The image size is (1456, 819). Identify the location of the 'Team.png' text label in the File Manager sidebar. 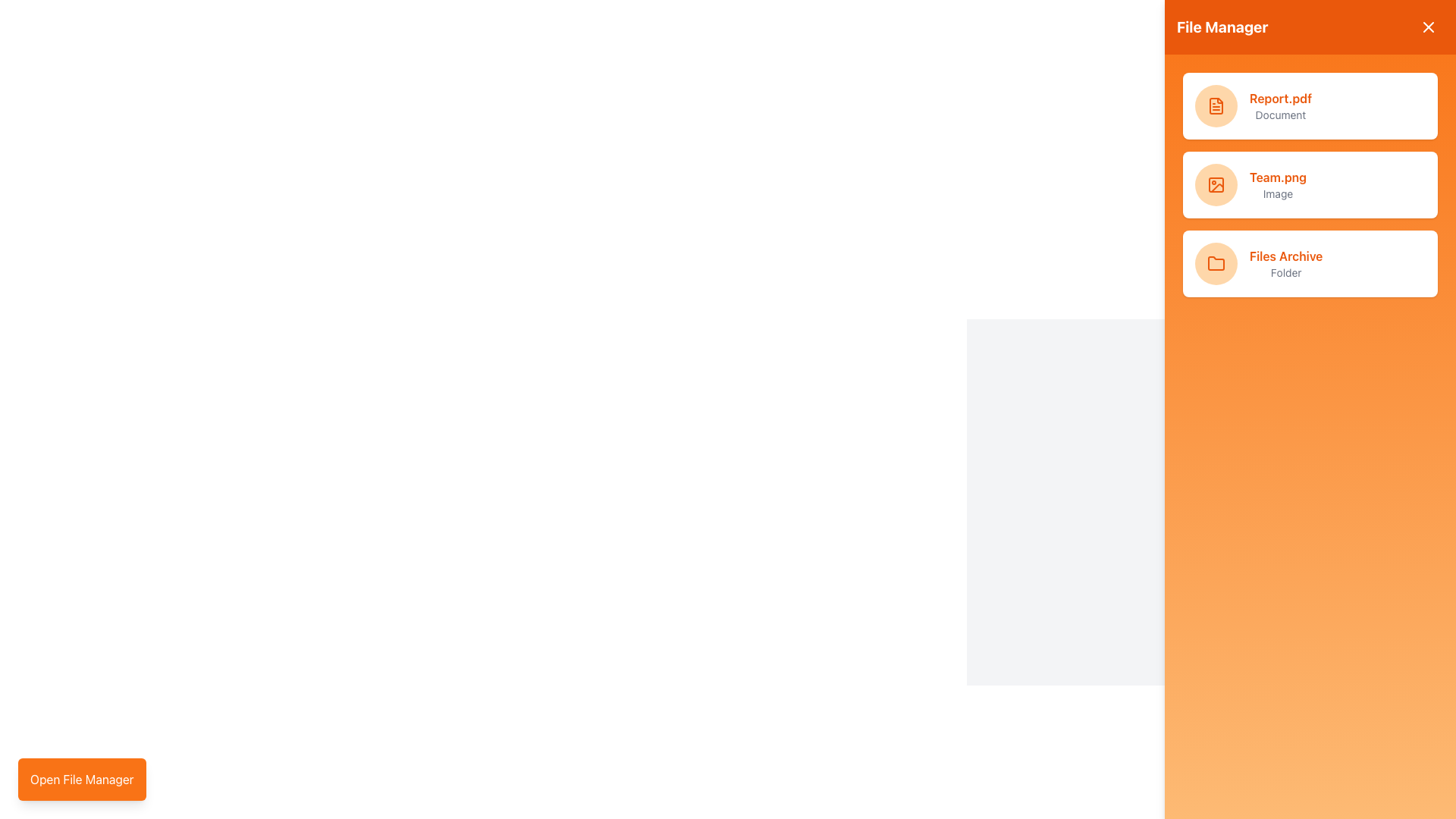
(1277, 184).